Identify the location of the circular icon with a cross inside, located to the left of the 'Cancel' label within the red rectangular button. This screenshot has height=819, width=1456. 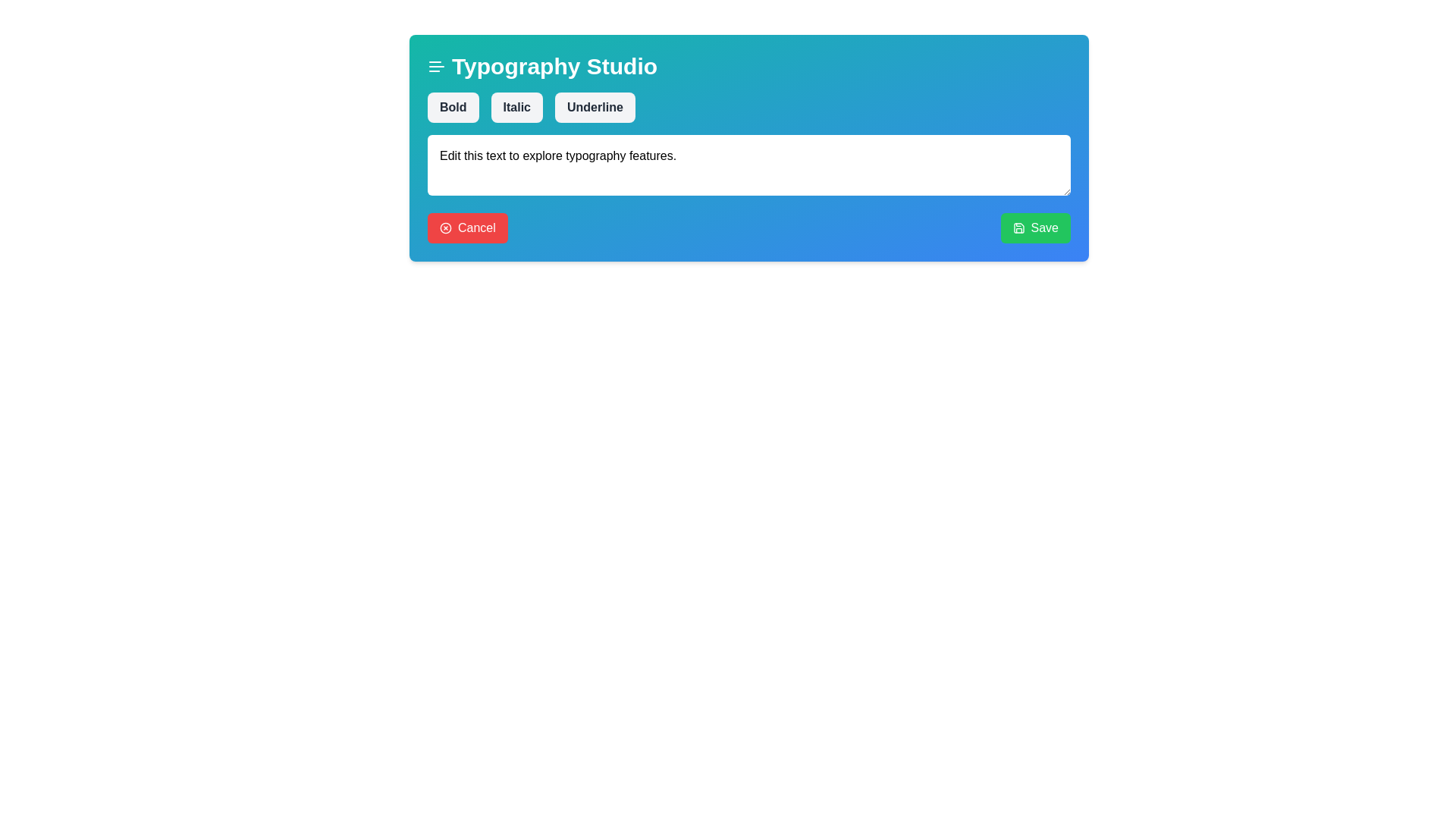
(445, 227).